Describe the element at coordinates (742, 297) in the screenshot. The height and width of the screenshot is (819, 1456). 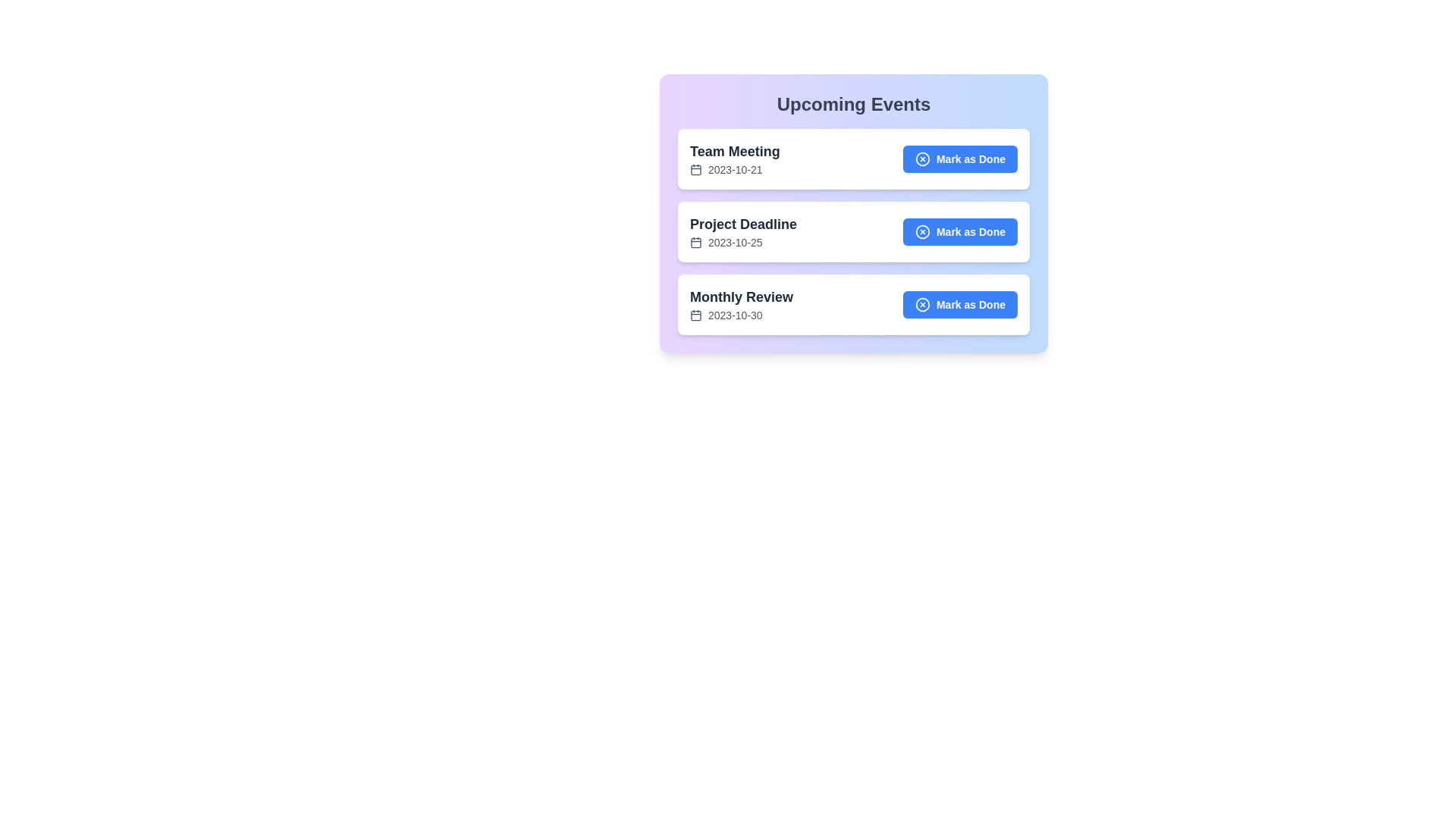
I see `the text of the event title Monthly Review` at that location.